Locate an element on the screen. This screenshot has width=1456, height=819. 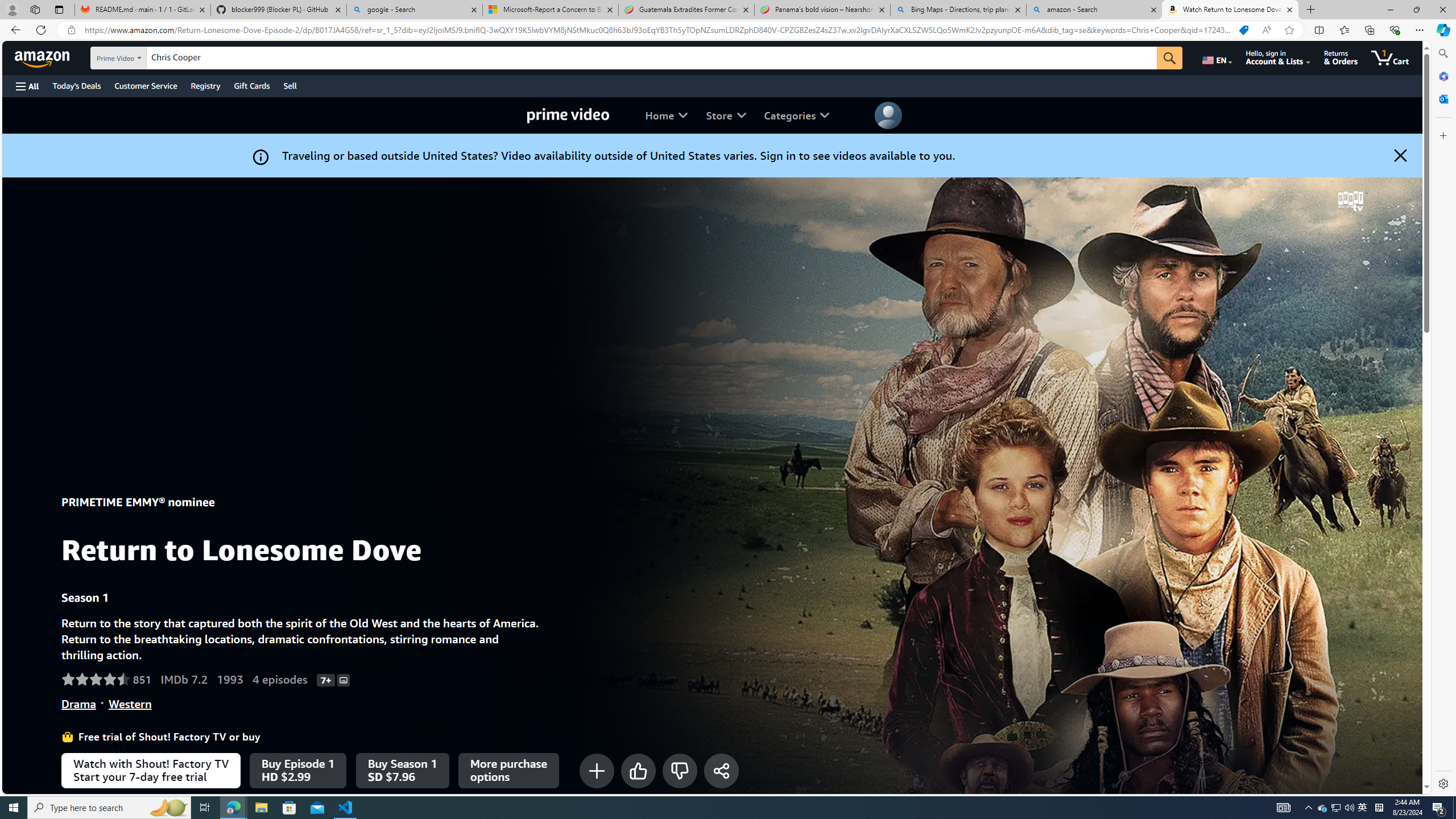
'Not for me' is located at coordinates (679, 770).